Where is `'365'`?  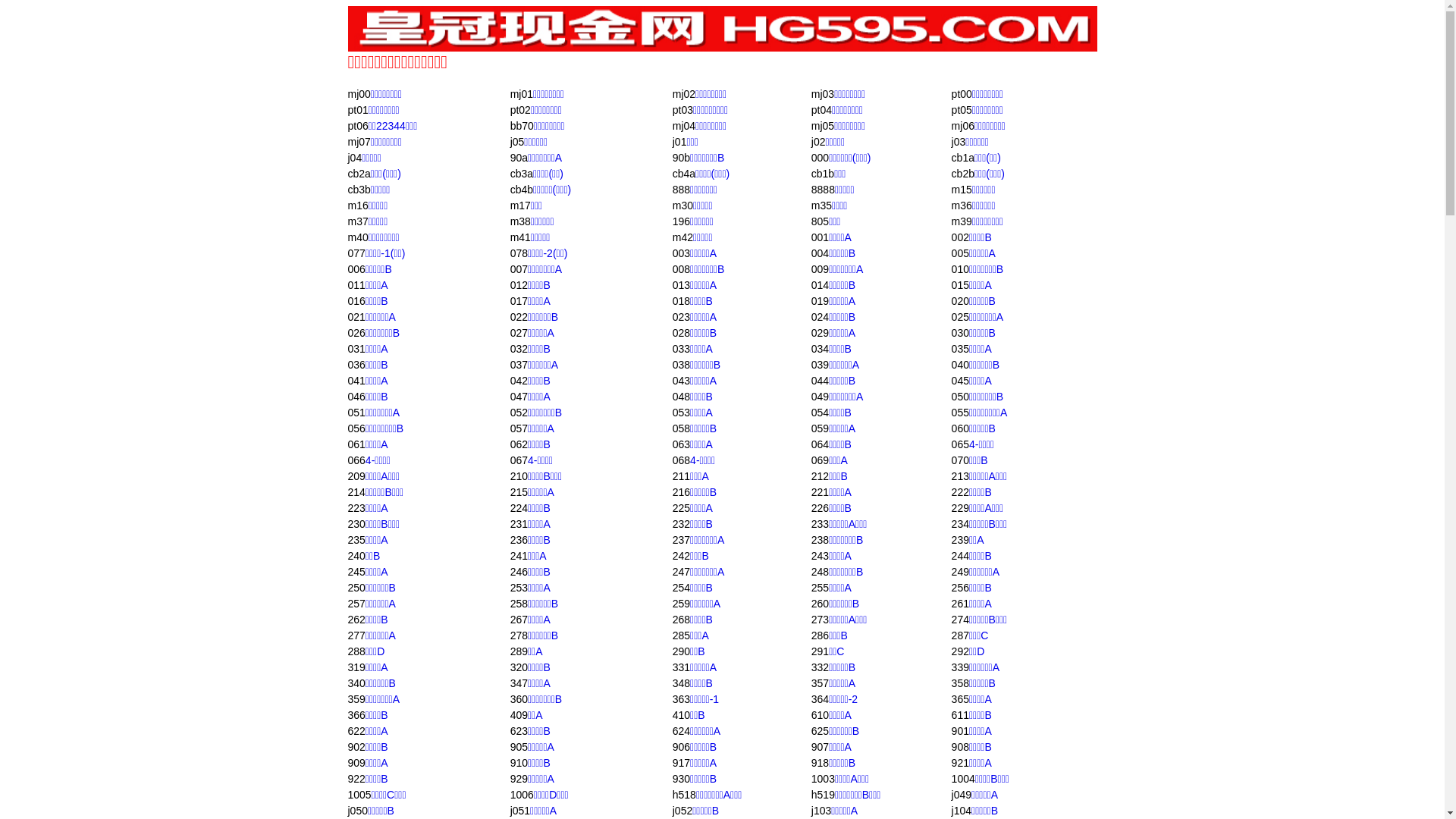
'365' is located at coordinates (959, 698).